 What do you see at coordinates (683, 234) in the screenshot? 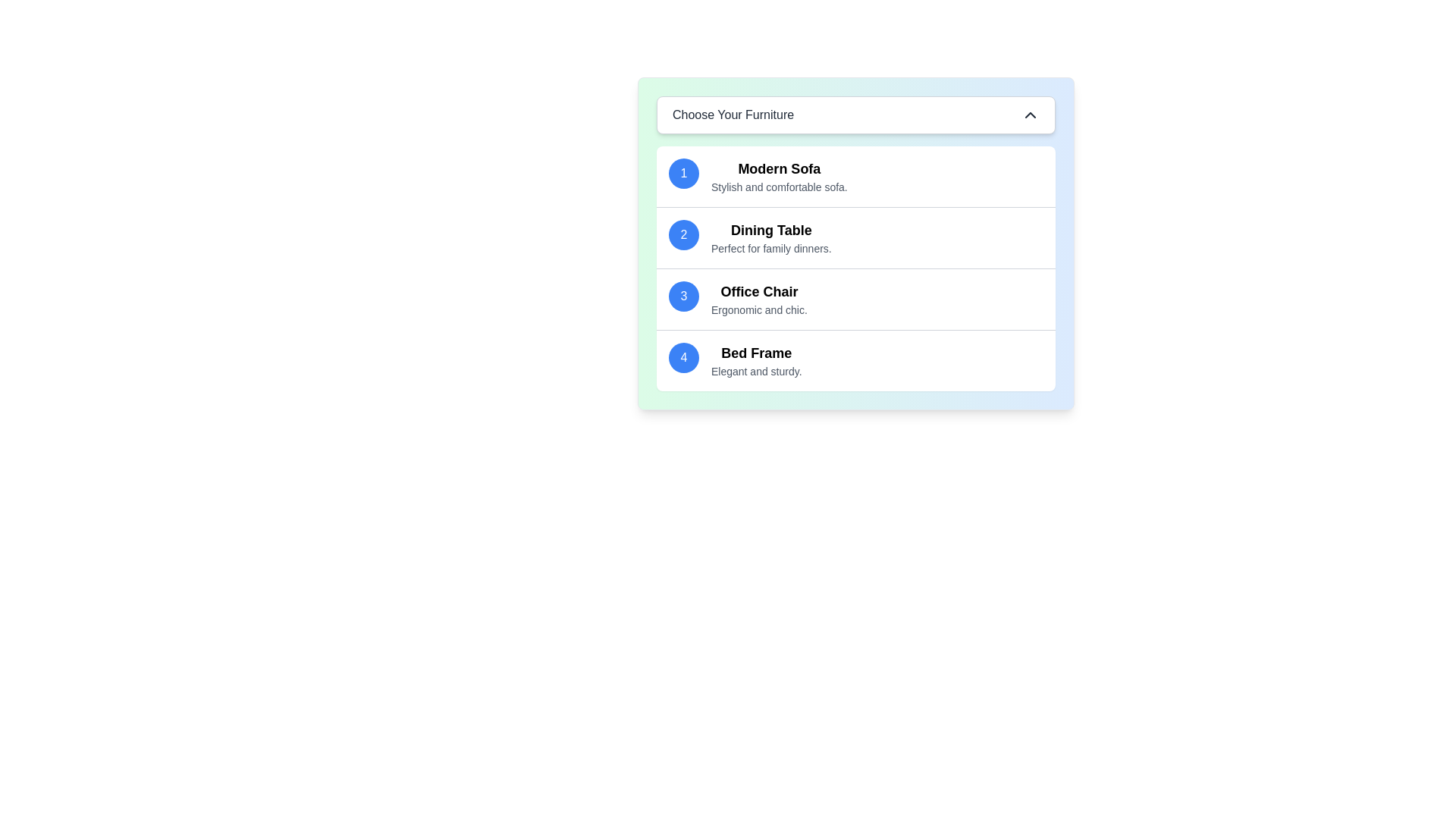
I see `the circular badge with a blue background and the numeral '2' that is positioned to the left of the text 'Dining Table' in the second item of the vertically listed menu` at bounding box center [683, 234].